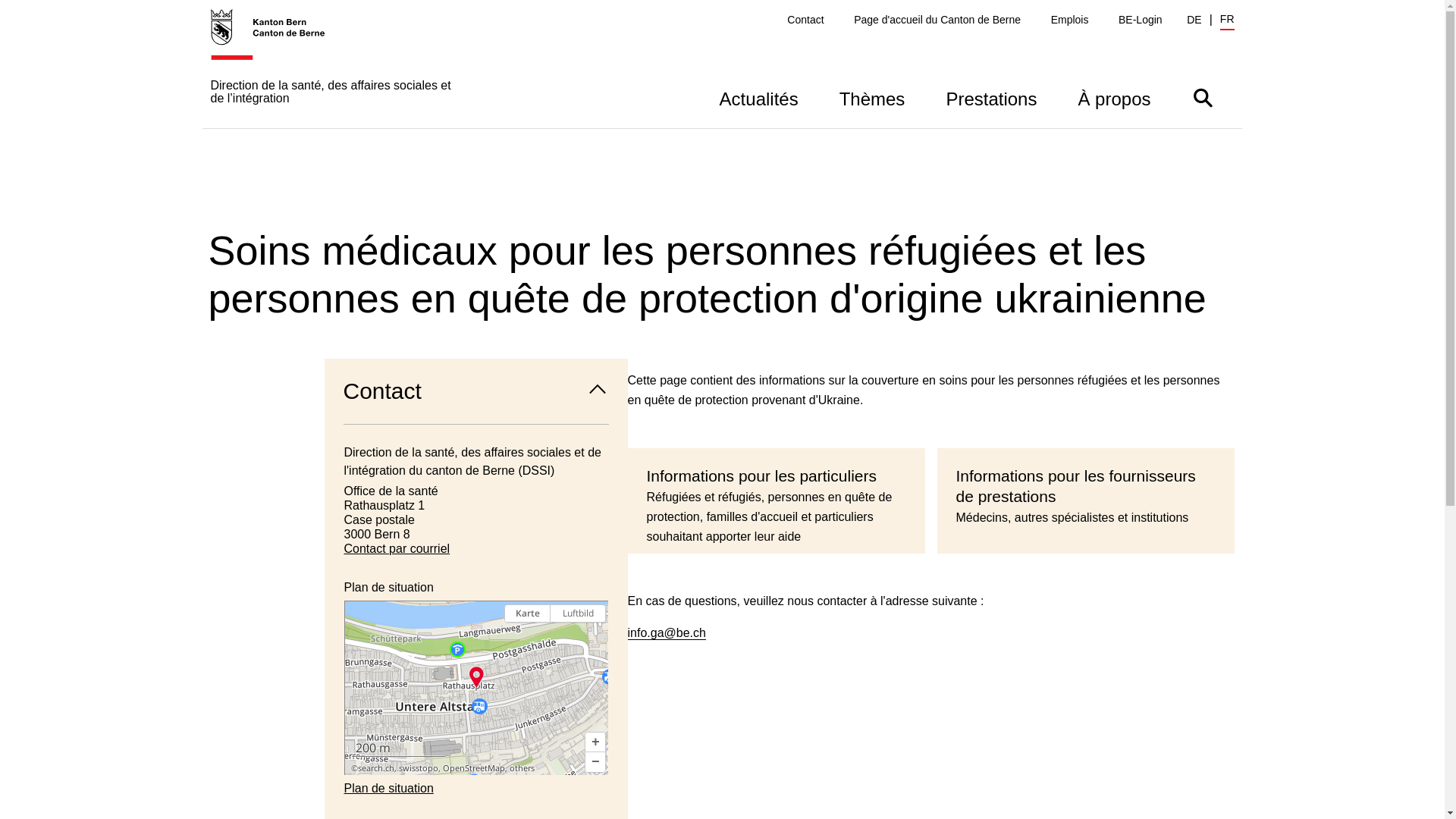 The image size is (1456, 819). Describe the element at coordinates (804, 20) in the screenshot. I see `'Contact'` at that location.